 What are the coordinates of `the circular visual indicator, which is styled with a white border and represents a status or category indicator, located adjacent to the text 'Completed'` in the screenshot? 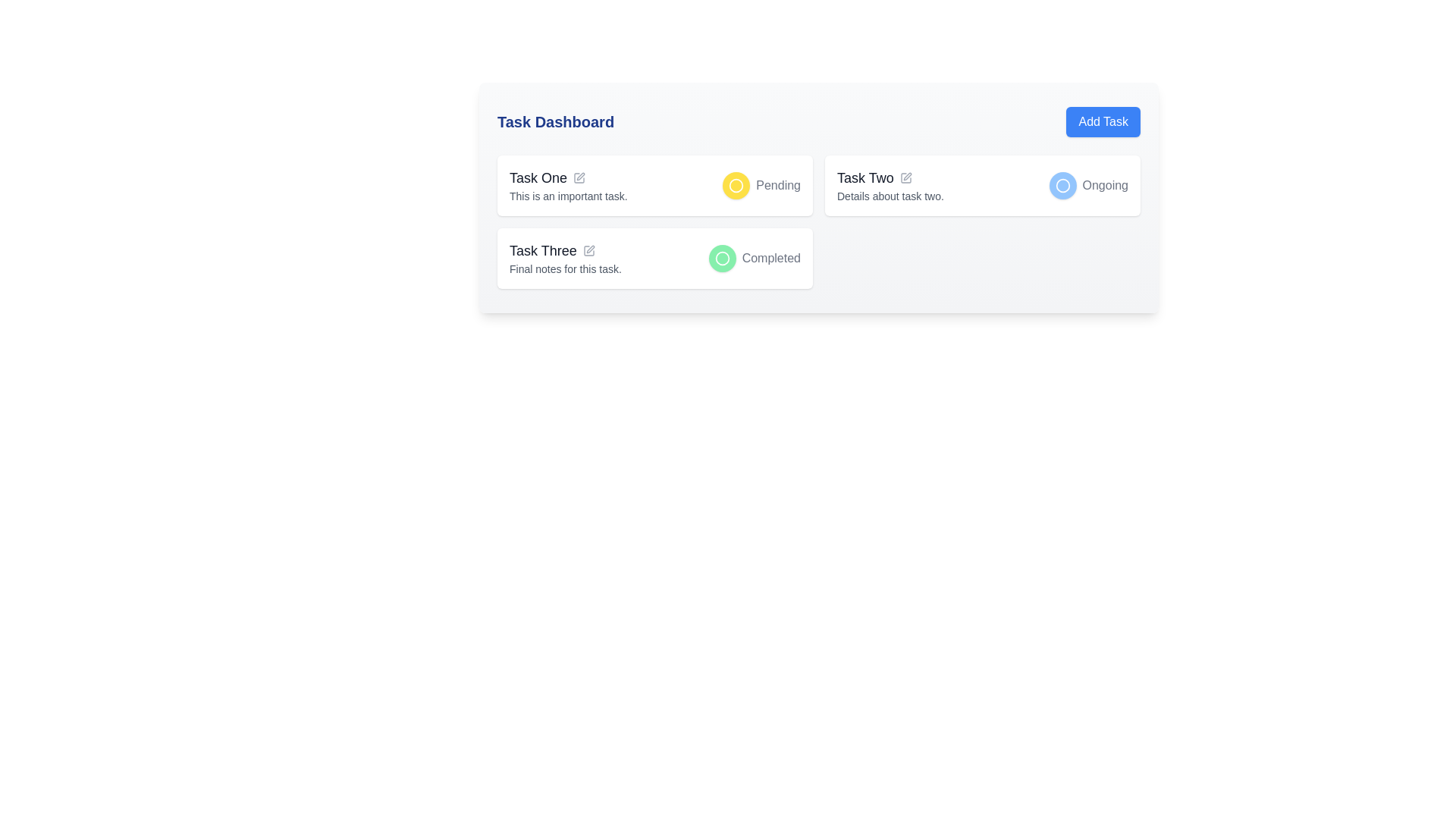 It's located at (721, 257).